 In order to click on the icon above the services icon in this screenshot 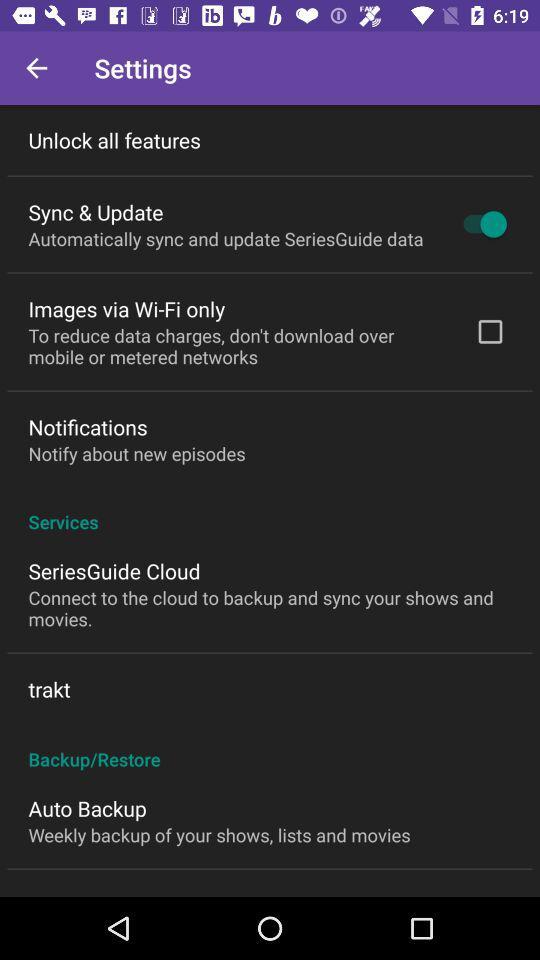, I will do `click(489, 331)`.